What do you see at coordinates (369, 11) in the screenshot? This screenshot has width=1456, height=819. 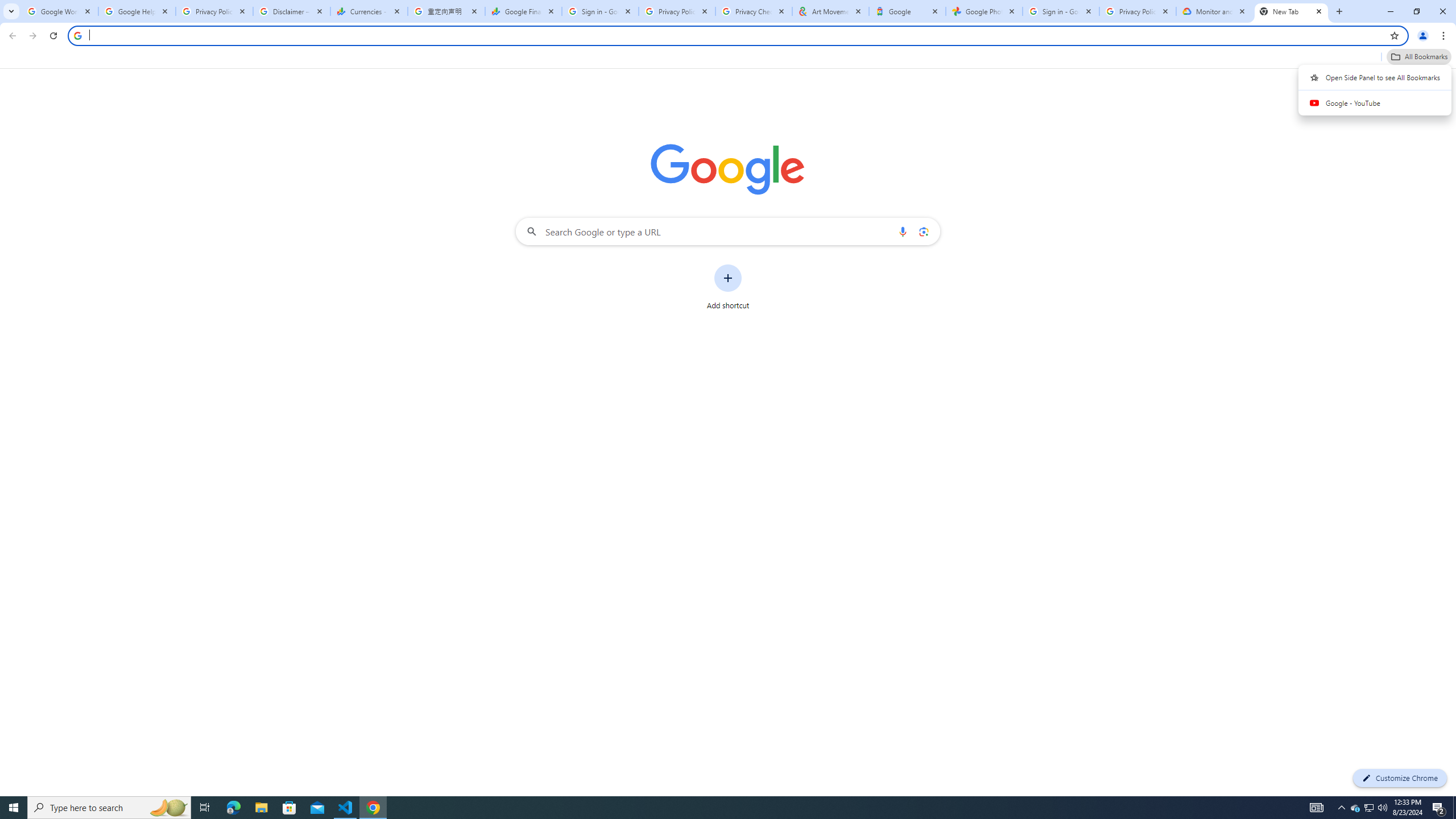 I see `'Currencies - Google Finance'` at bounding box center [369, 11].